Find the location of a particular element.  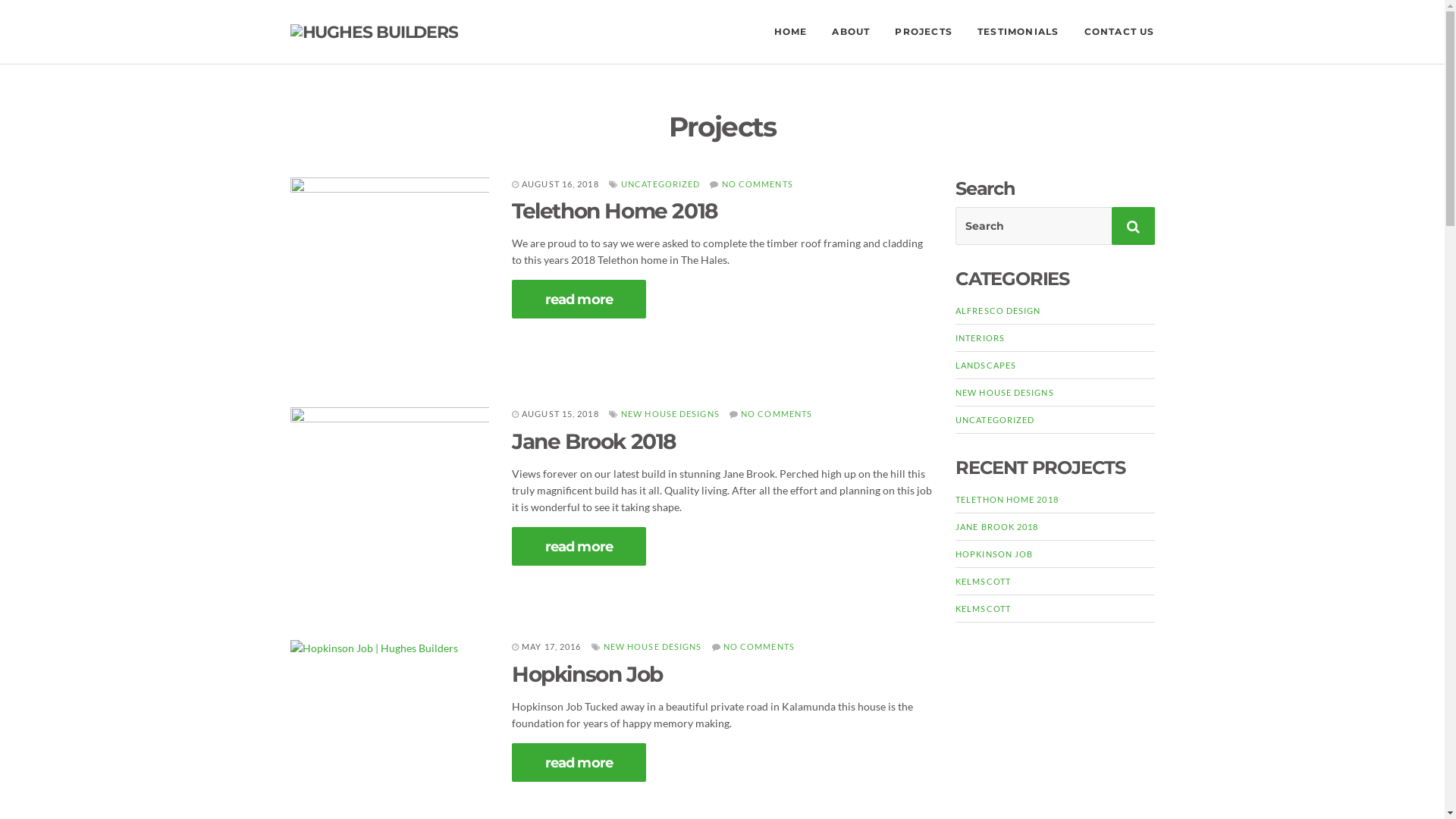

'LANDSCAPES' is located at coordinates (1054, 366).